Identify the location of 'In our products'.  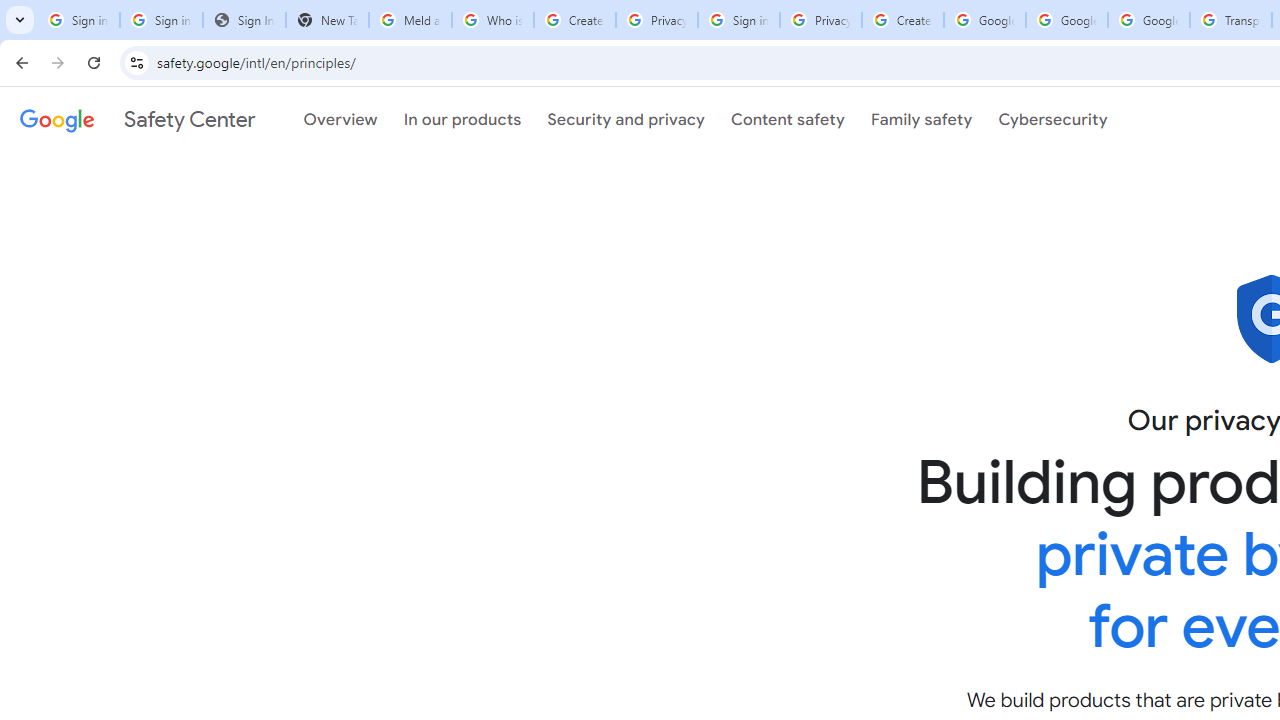
(461, 119).